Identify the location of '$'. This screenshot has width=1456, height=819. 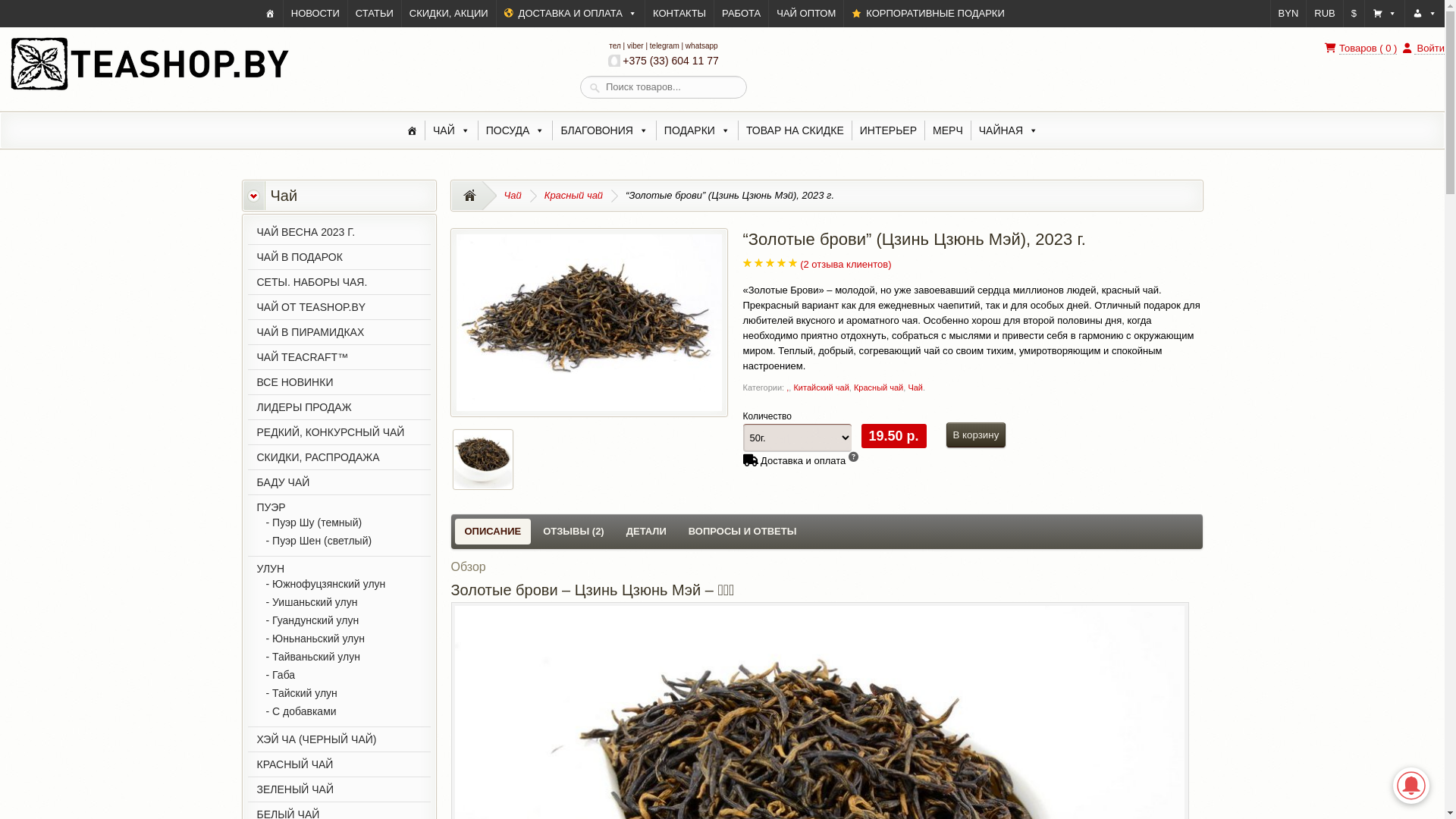
(1354, 14).